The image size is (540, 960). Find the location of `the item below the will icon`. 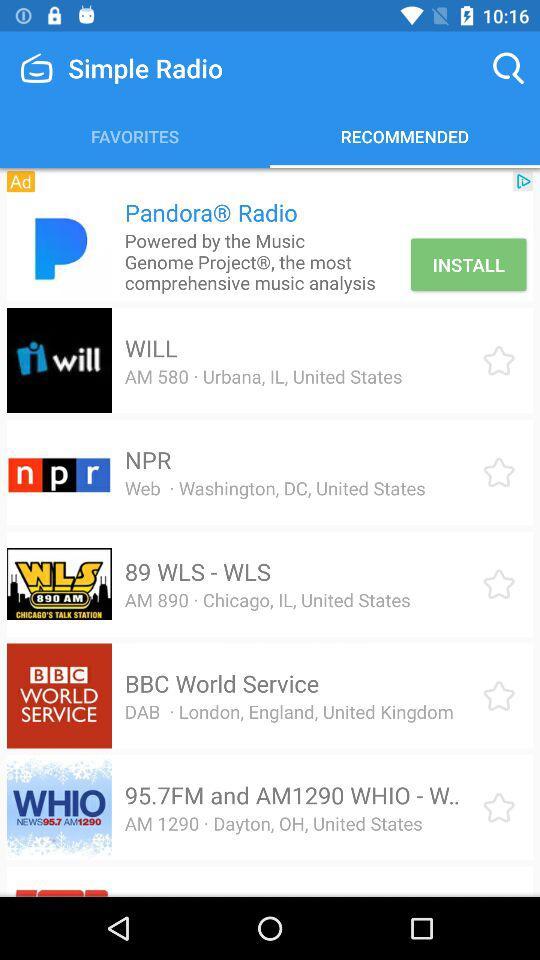

the item below the will icon is located at coordinates (263, 375).